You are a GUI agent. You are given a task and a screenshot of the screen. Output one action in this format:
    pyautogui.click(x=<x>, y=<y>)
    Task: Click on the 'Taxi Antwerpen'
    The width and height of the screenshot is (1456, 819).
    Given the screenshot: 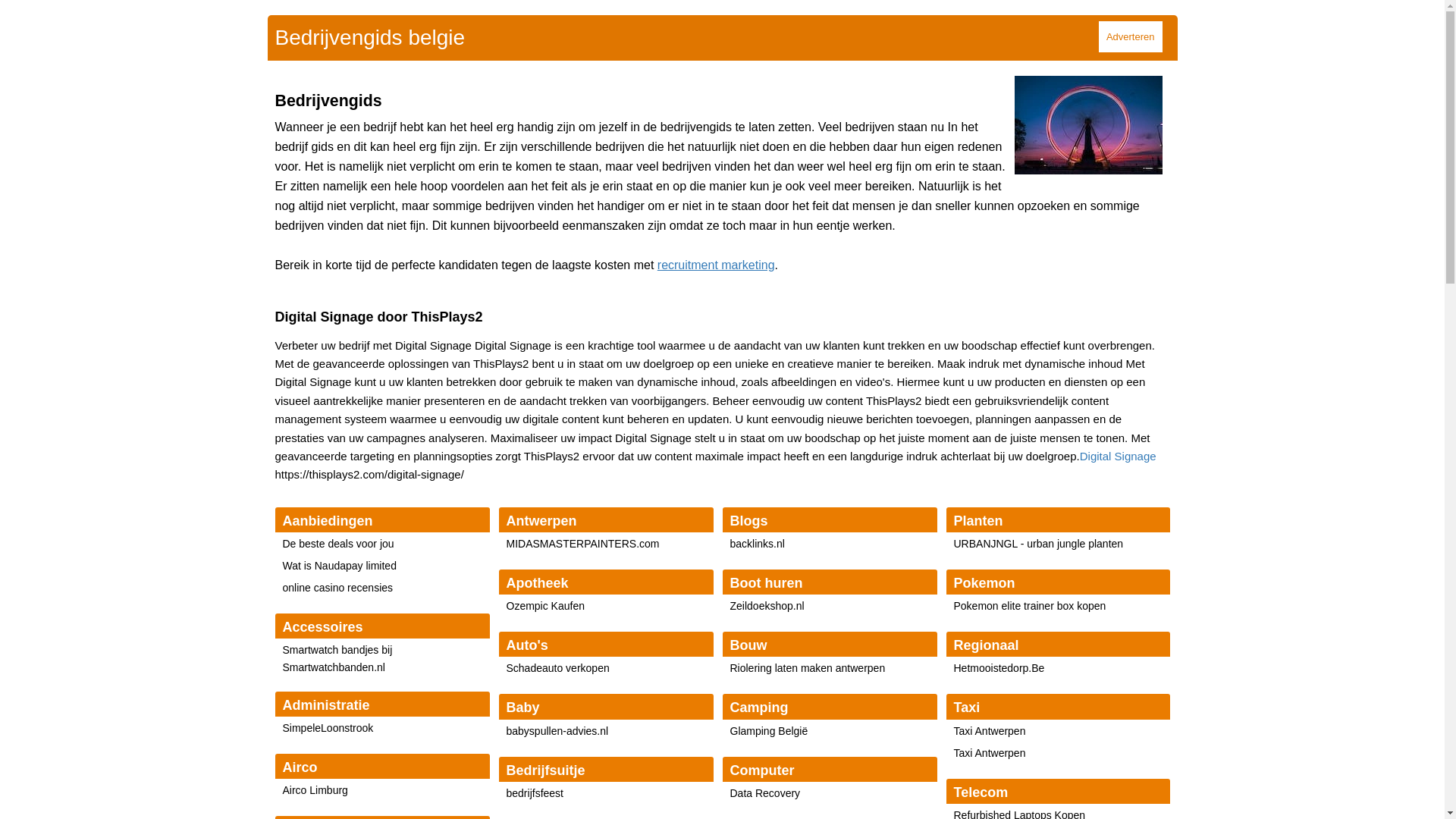 What is the action you would take?
    pyautogui.click(x=990, y=730)
    